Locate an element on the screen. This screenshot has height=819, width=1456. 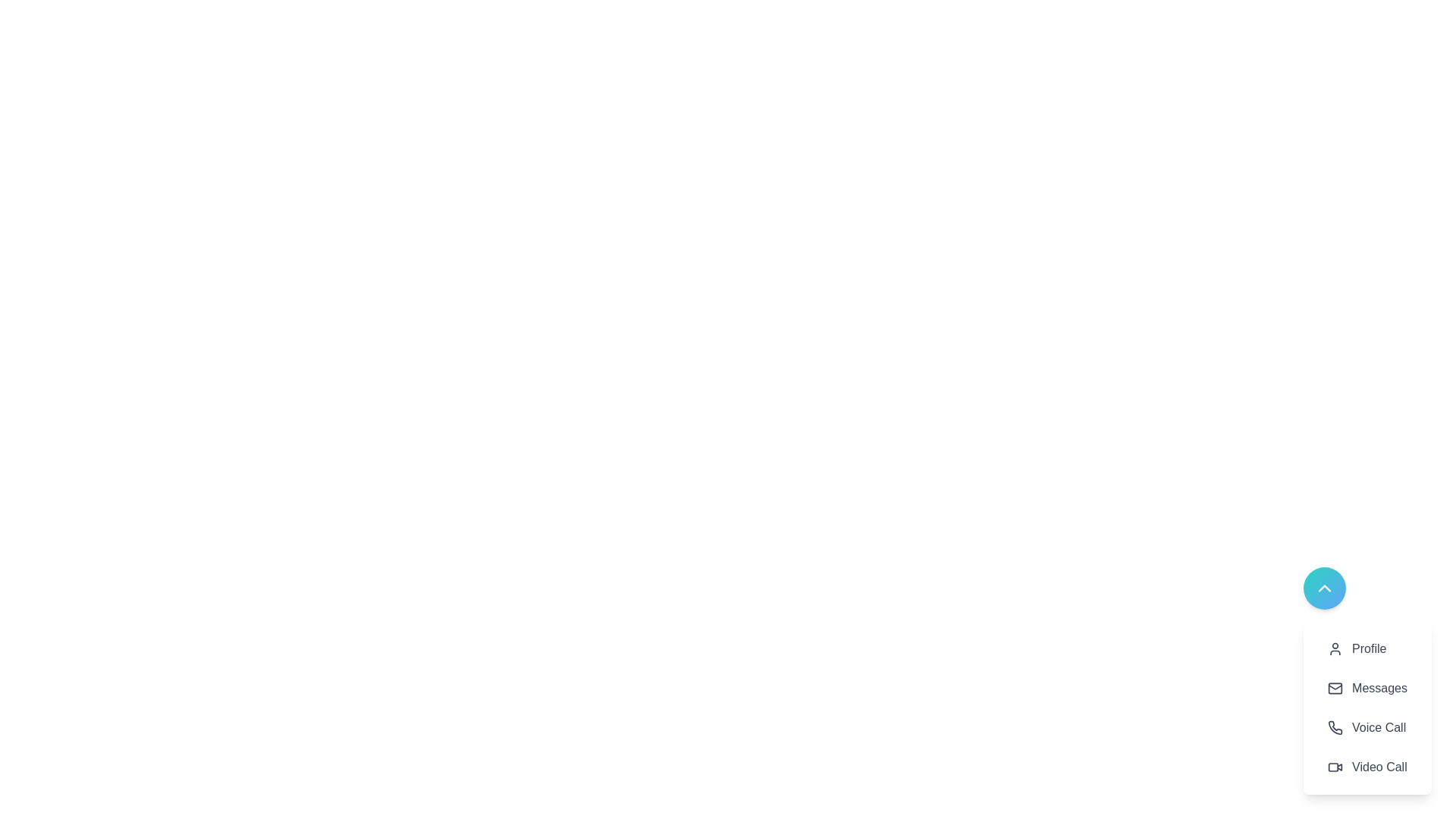
the 'Video Call' option in the action list is located at coordinates (1367, 767).